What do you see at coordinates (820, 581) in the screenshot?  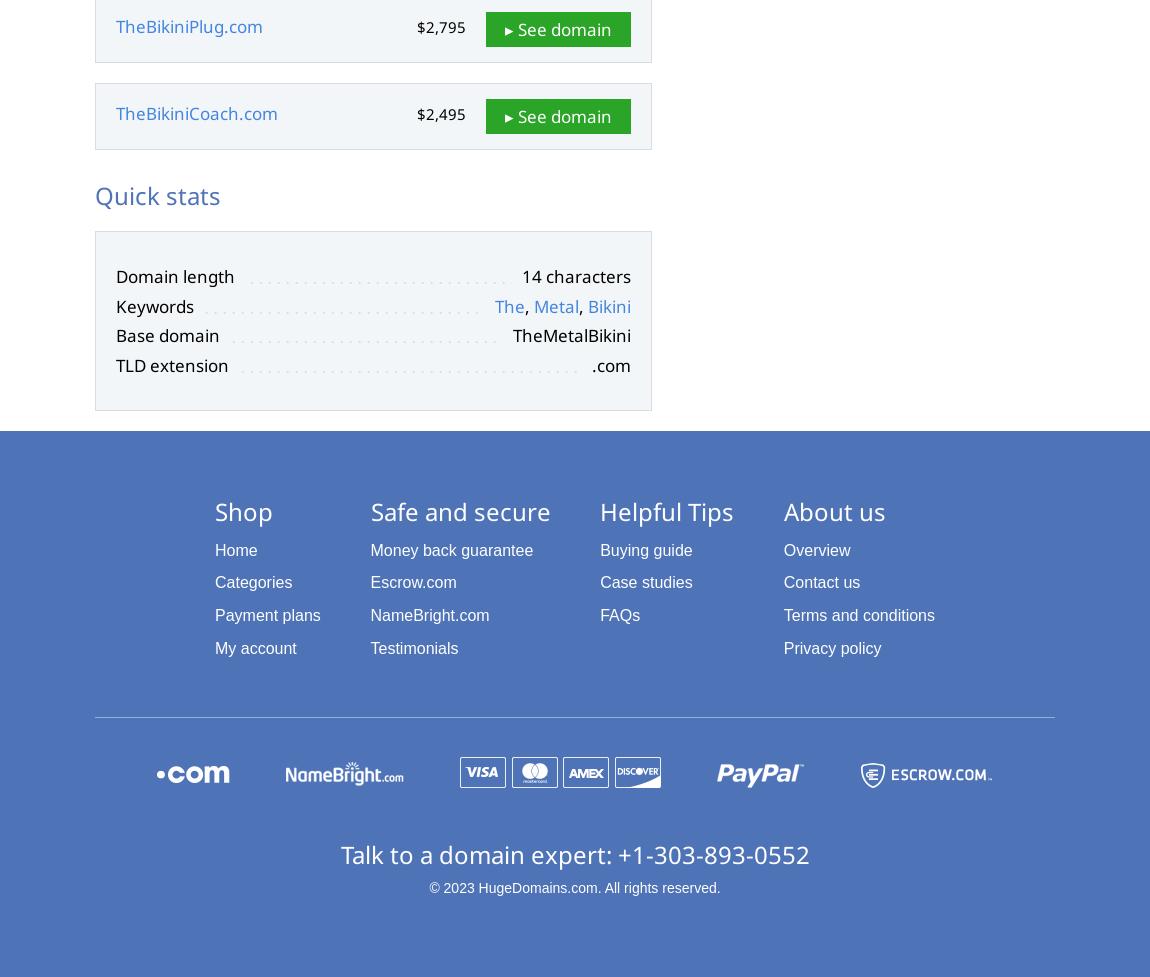 I see `'Contact us'` at bounding box center [820, 581].